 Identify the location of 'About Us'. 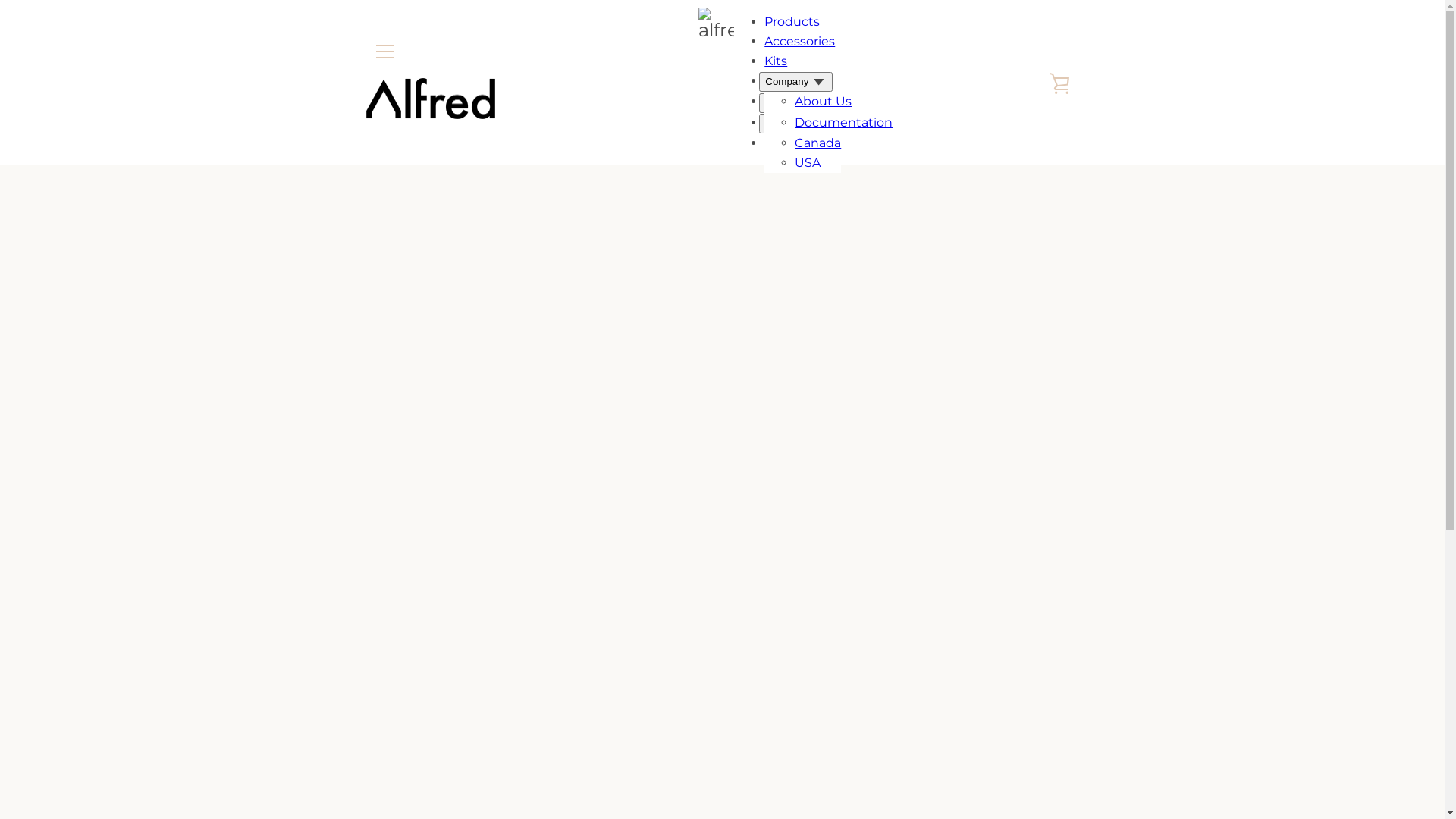
(822, 101).